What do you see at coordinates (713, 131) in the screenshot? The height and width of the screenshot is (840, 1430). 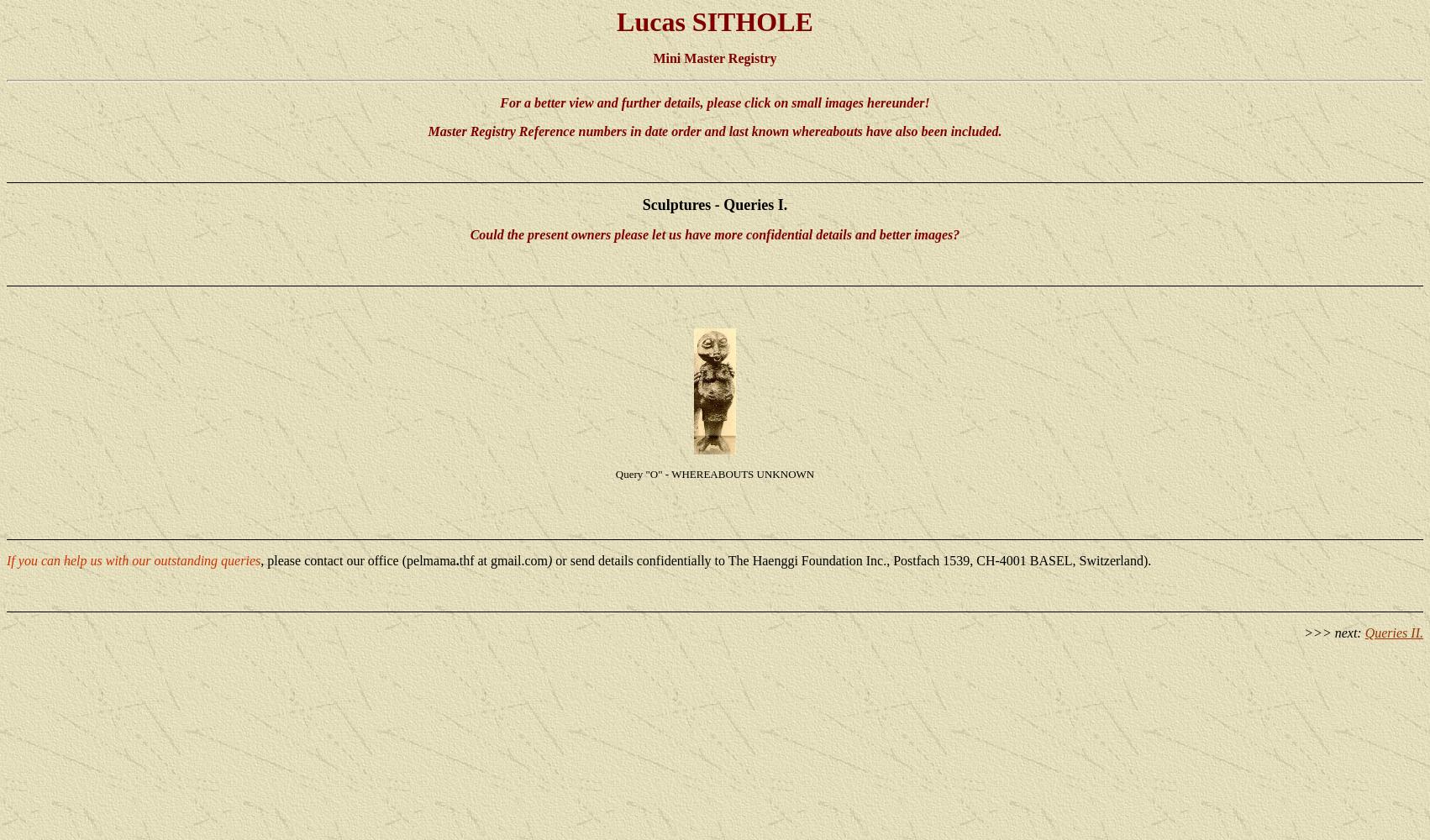 I see `'Master Registry Reference 
	numbers in date order and last known whereabouts have also been included.'` at bounding box center [713, 131].